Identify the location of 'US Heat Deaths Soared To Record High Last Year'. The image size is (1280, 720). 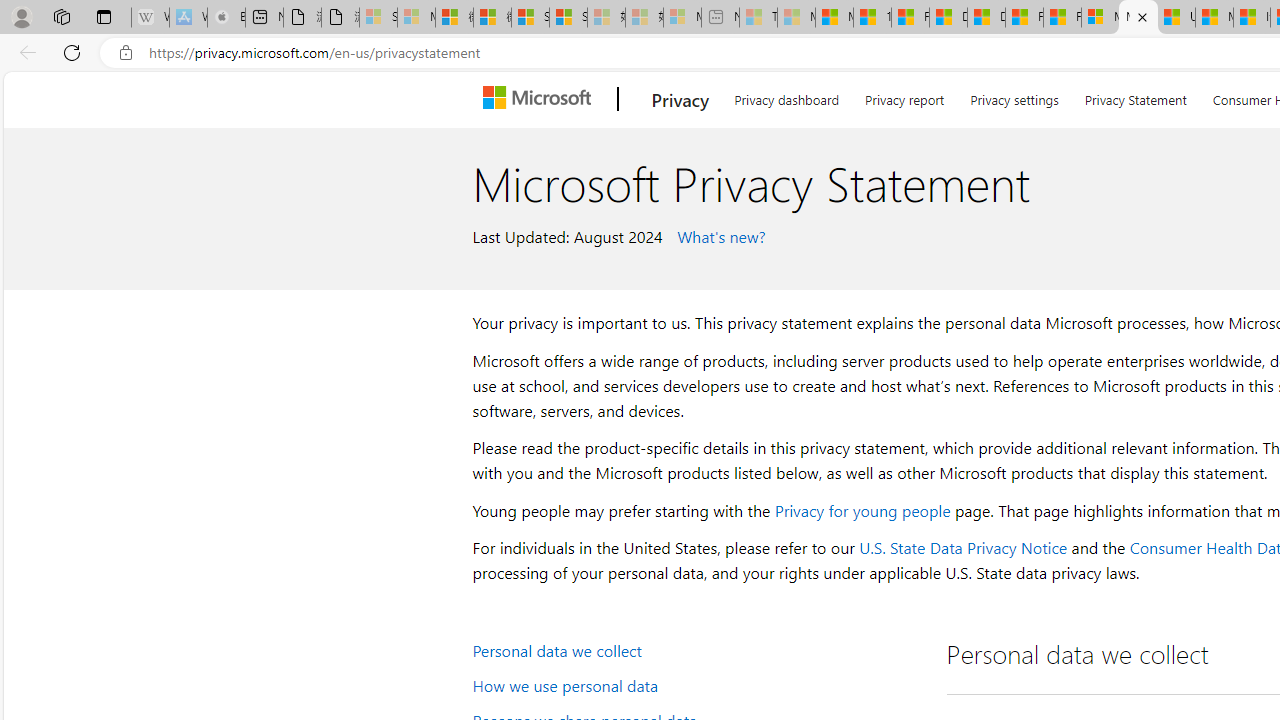
(1176, 17).